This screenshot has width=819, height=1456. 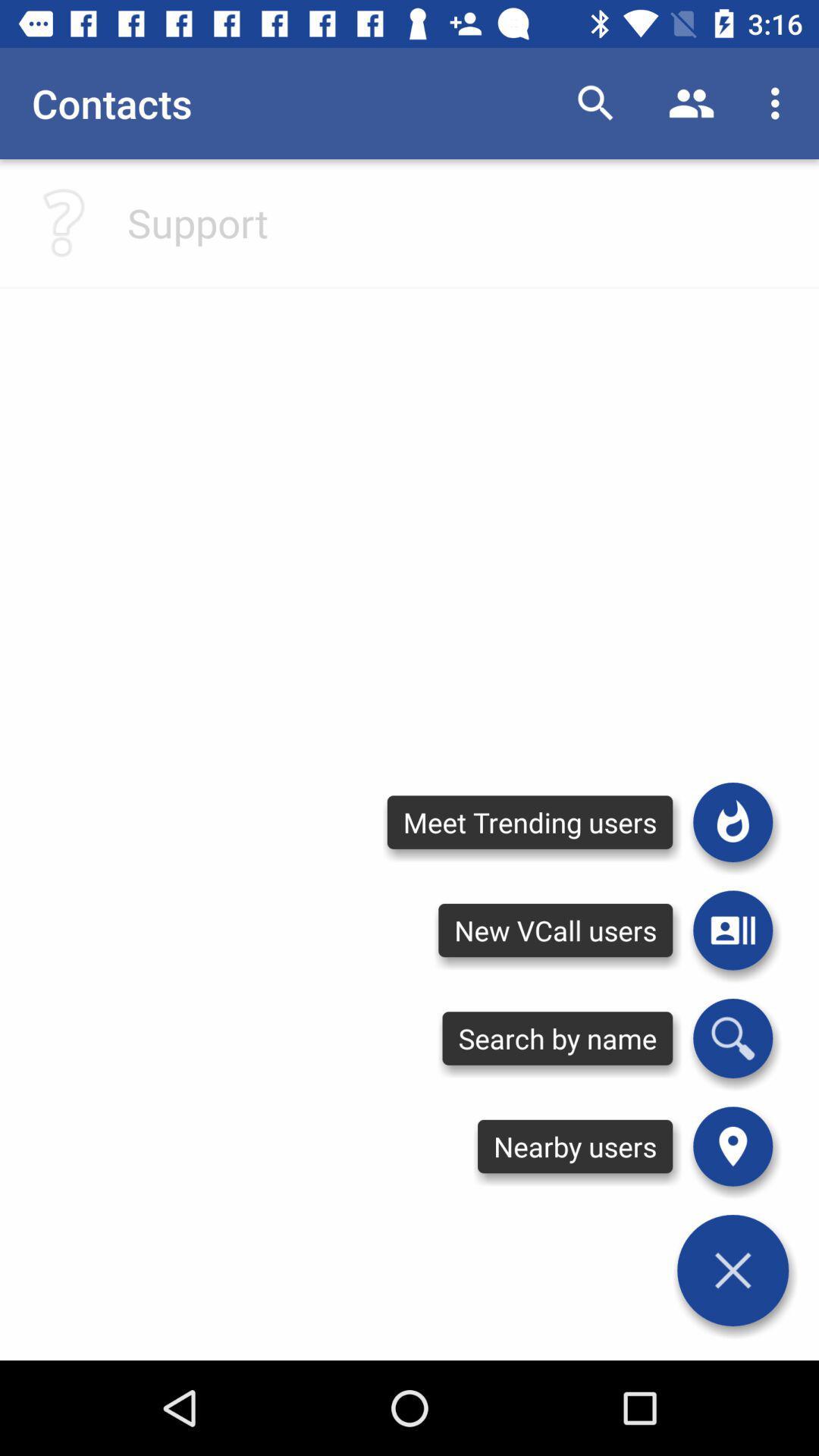 What do you see at coordinates (555, 930) in the screenshot?
I see `the new vcall users icon` at bounding box center [555, 930].